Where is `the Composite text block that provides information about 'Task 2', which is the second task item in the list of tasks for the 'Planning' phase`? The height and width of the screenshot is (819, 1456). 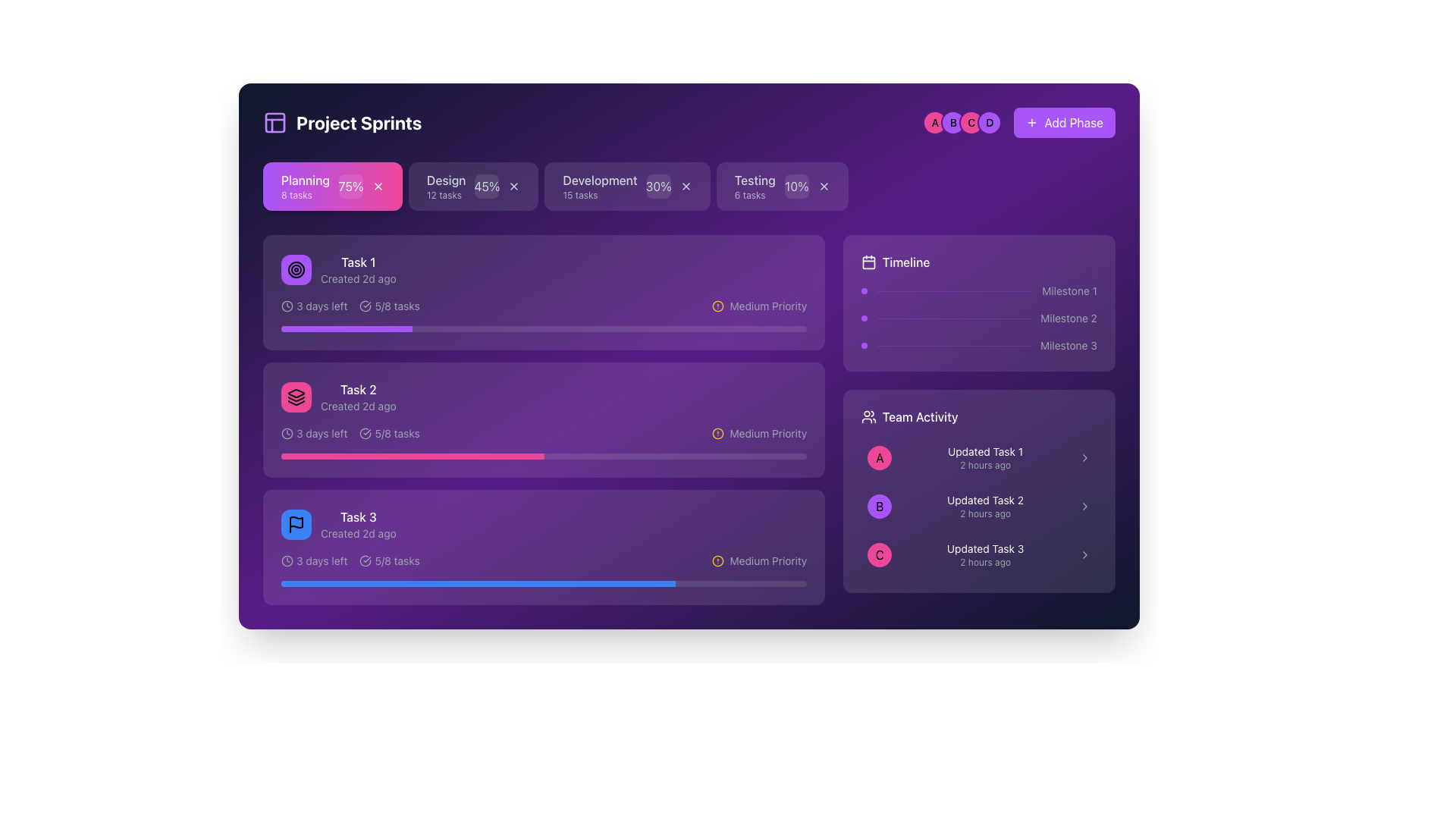
the Composite text block that provides information about 'Task 2', which is the second task item in the list of tasks for the 'Planning' phase is located at coordinates (357, 397).